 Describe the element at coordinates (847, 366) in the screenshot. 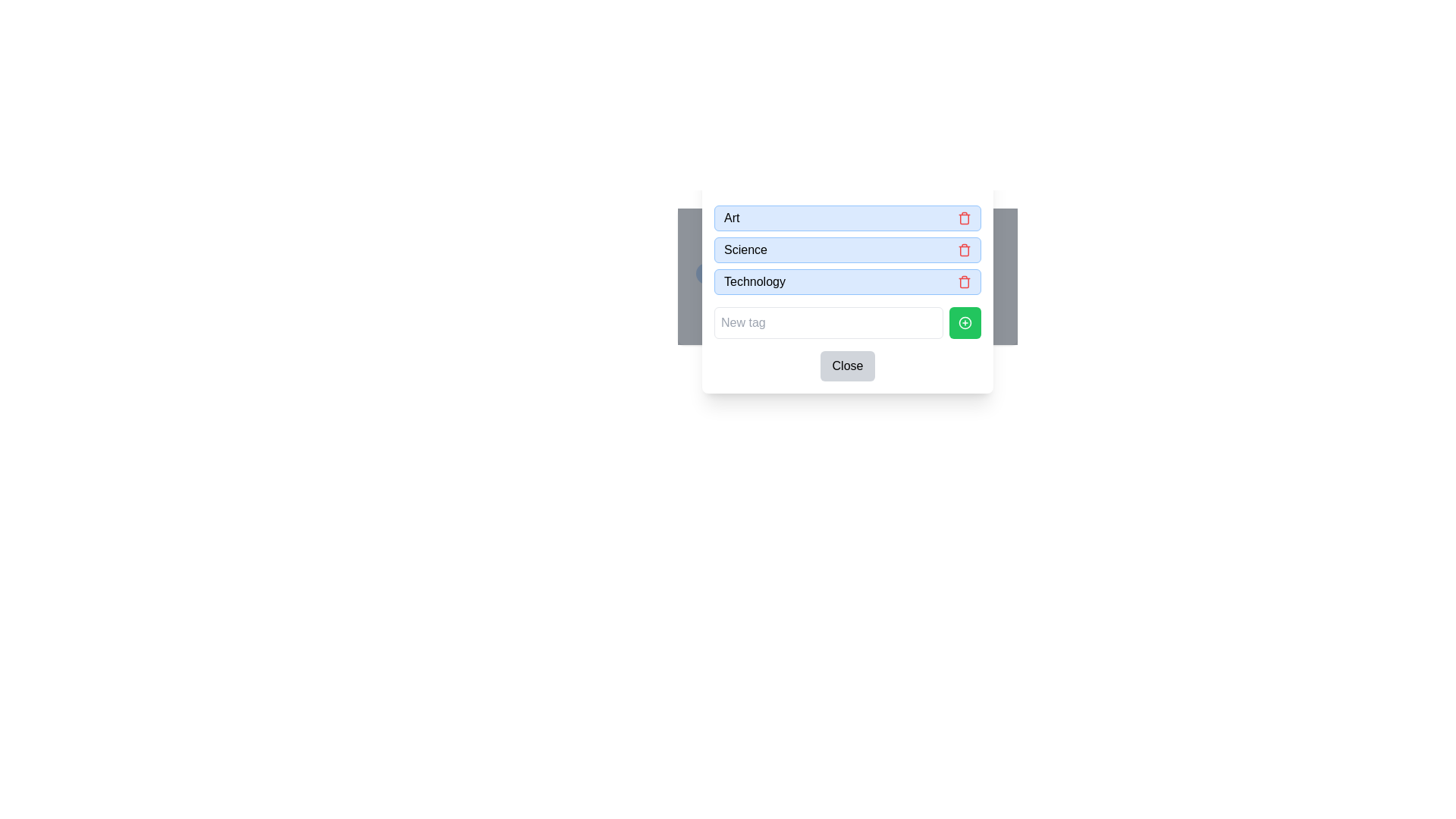

I see `the 'Close' button, which is a rectangular button with bold black text on a light gray background, located at the center bottom of the modal window` at that location.